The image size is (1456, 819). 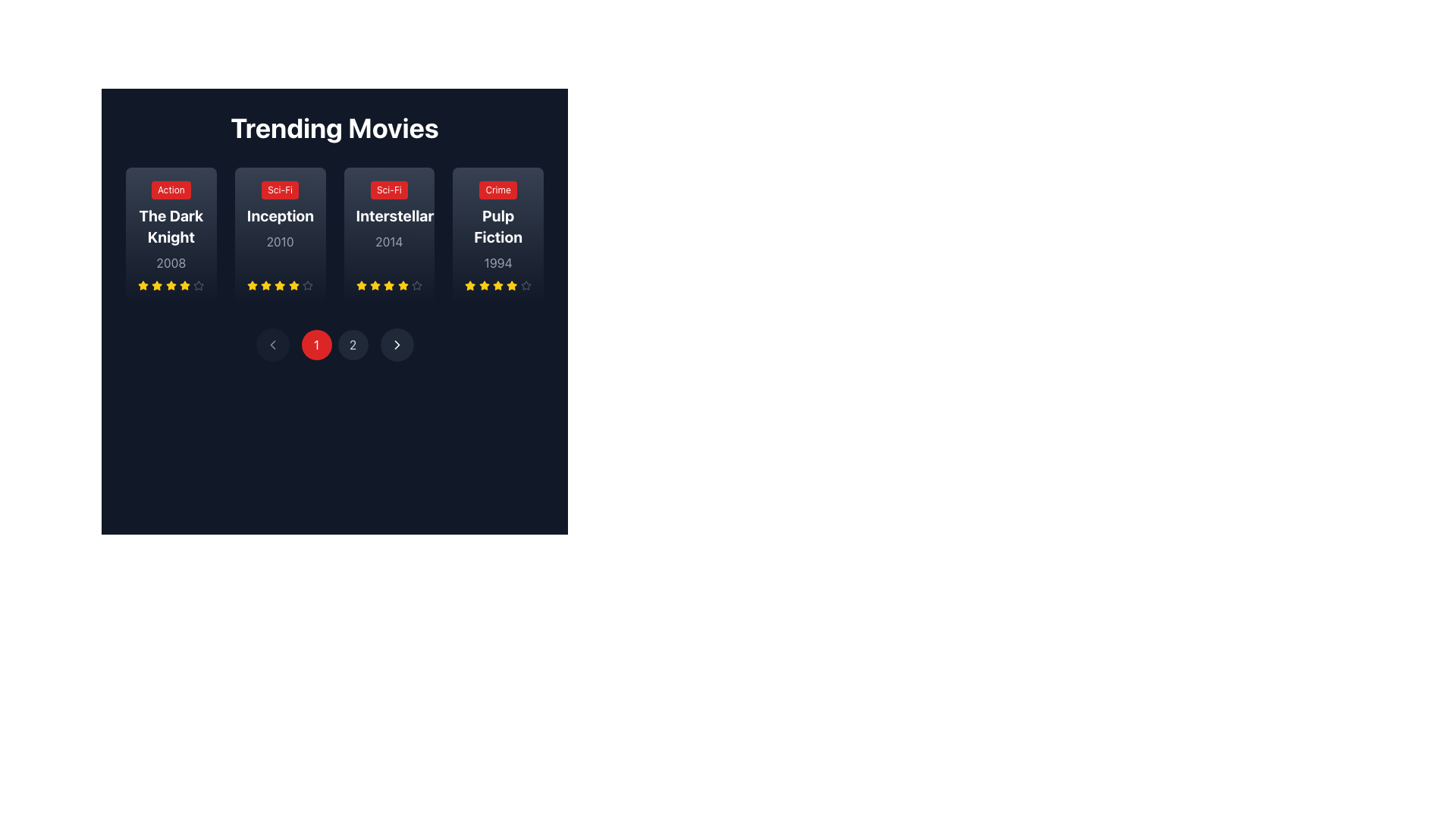 What do you see at coordinates (280, 285) in the screenshot?
I see `the fourth yellow star icon in the rating system below the movie title 'Inception'` at bounding box center [280, 285].